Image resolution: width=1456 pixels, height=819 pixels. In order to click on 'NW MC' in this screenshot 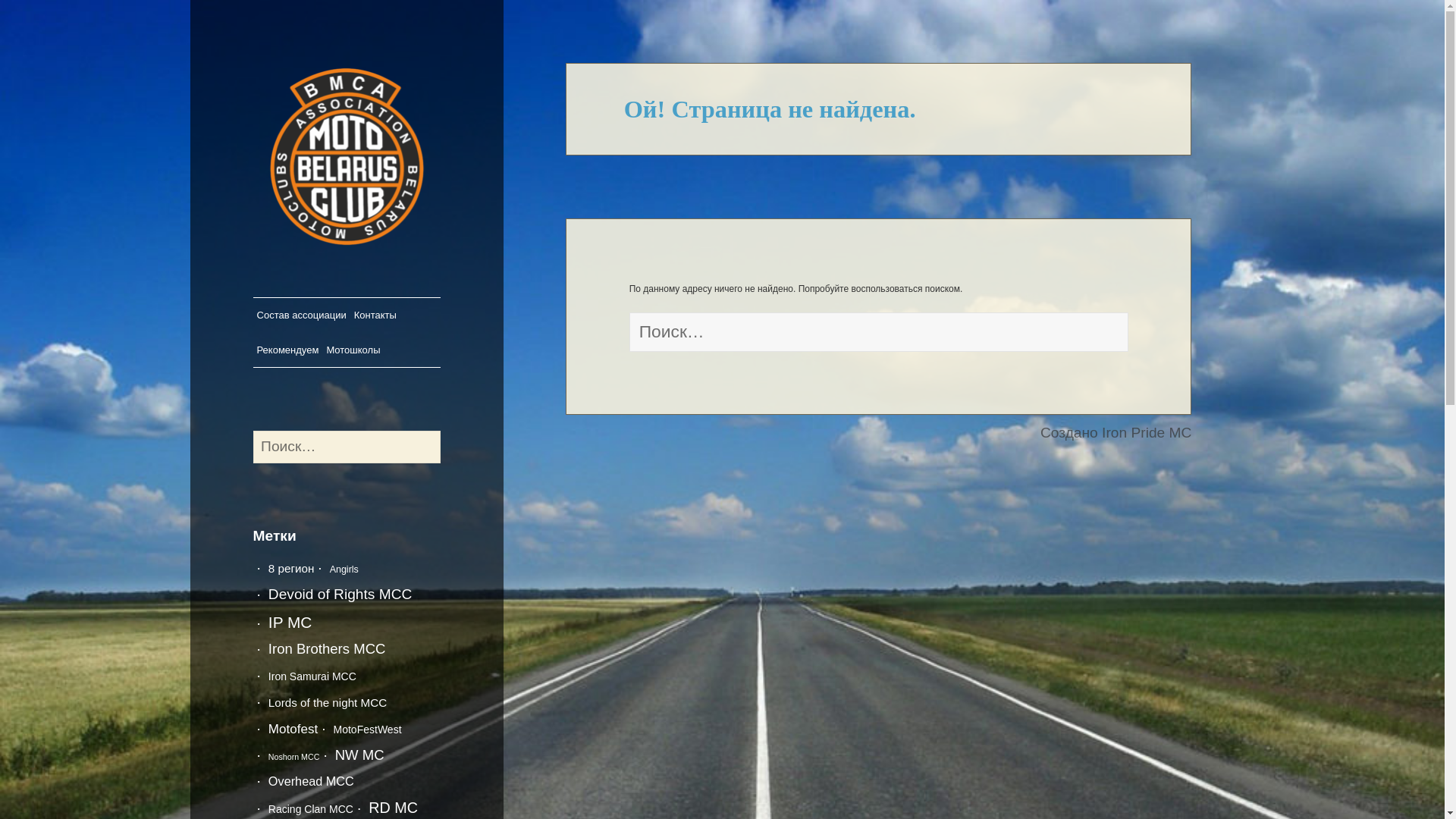, I will do `click(359, 755)`.